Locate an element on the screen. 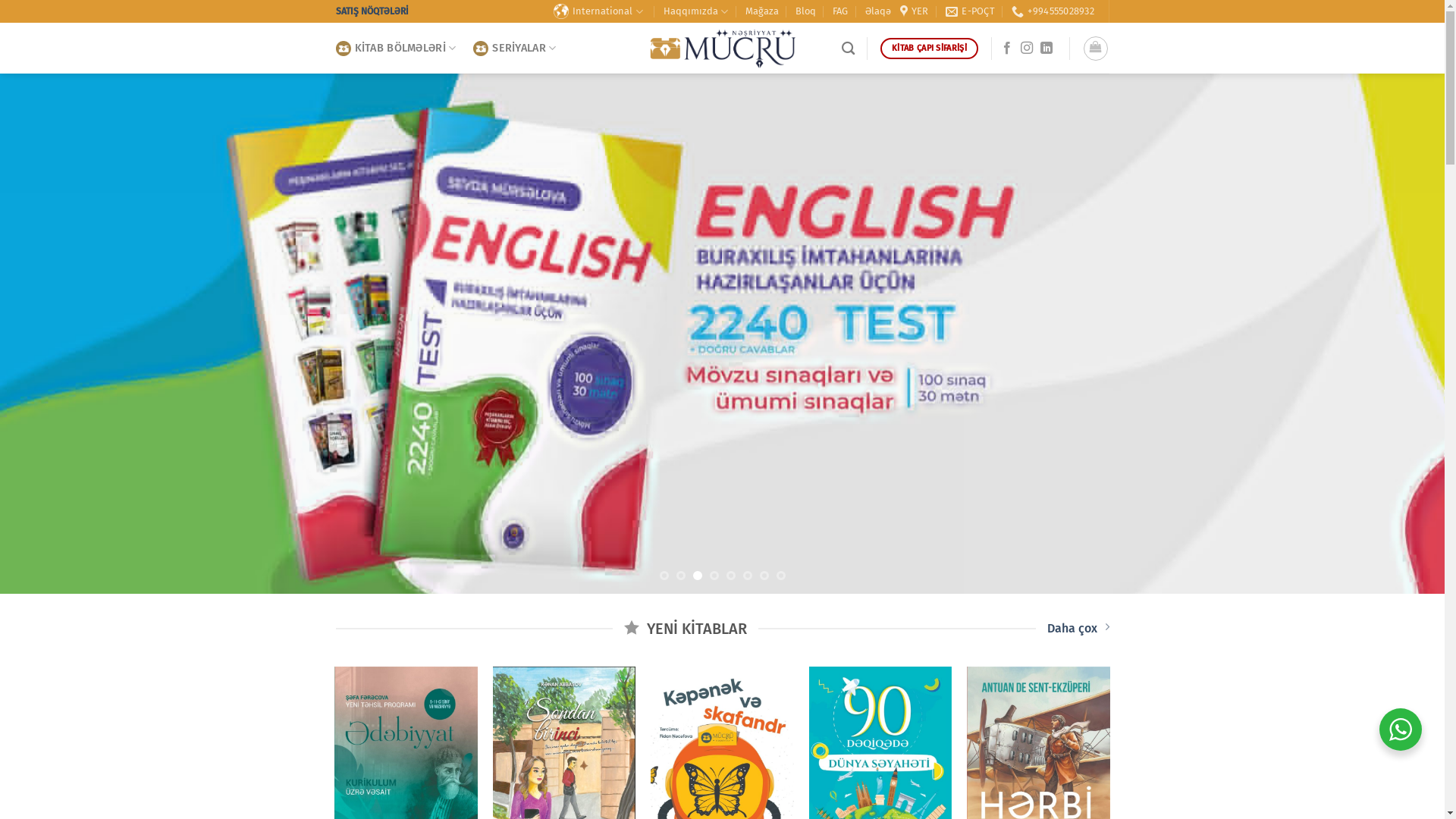 The width and height of the screenshot is (1456, 819). 'Bloq' is located at coordinates (805, 11).